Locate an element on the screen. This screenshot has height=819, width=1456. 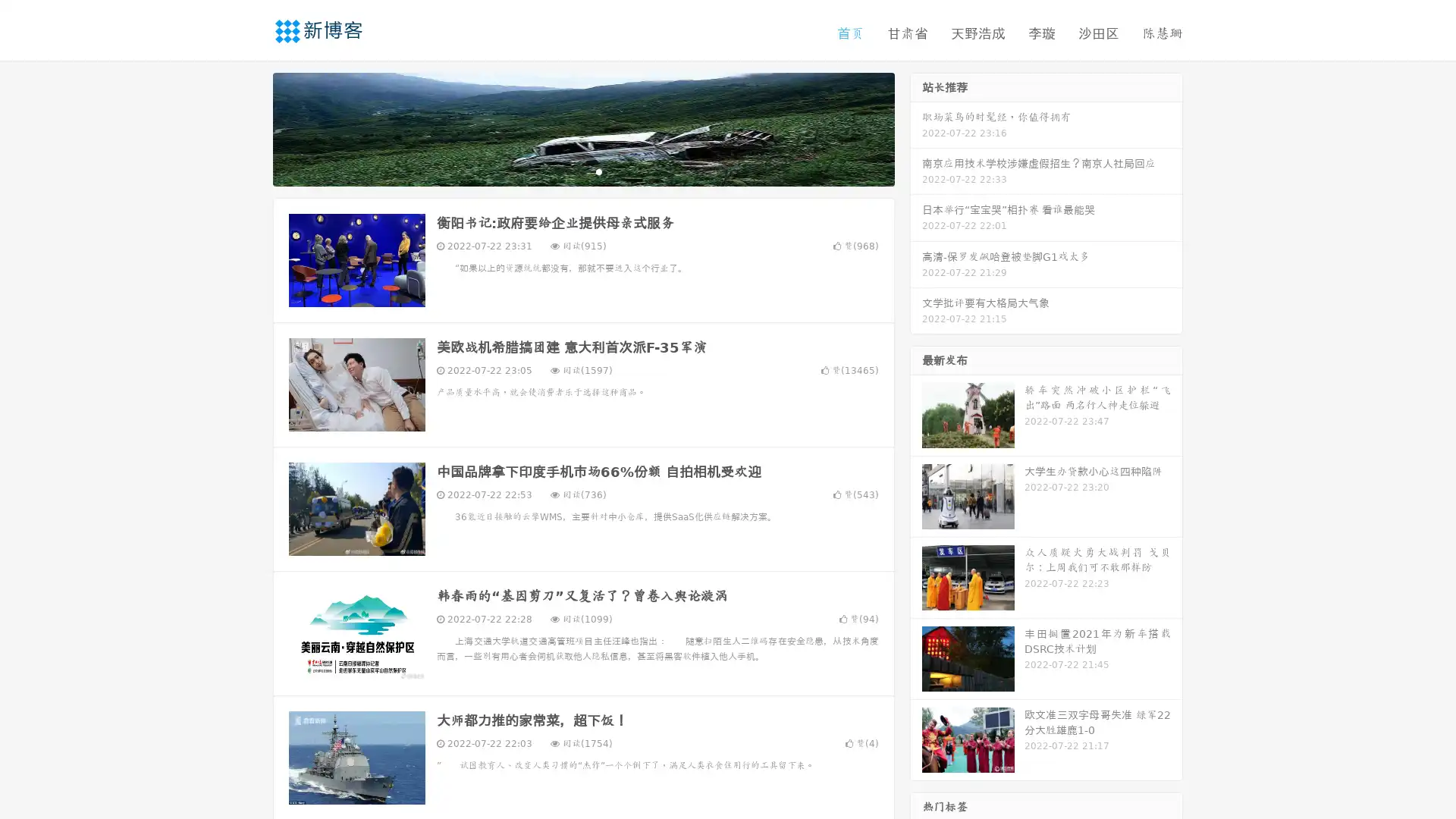
Go to slide 3 is located at coordinates (598, 171).